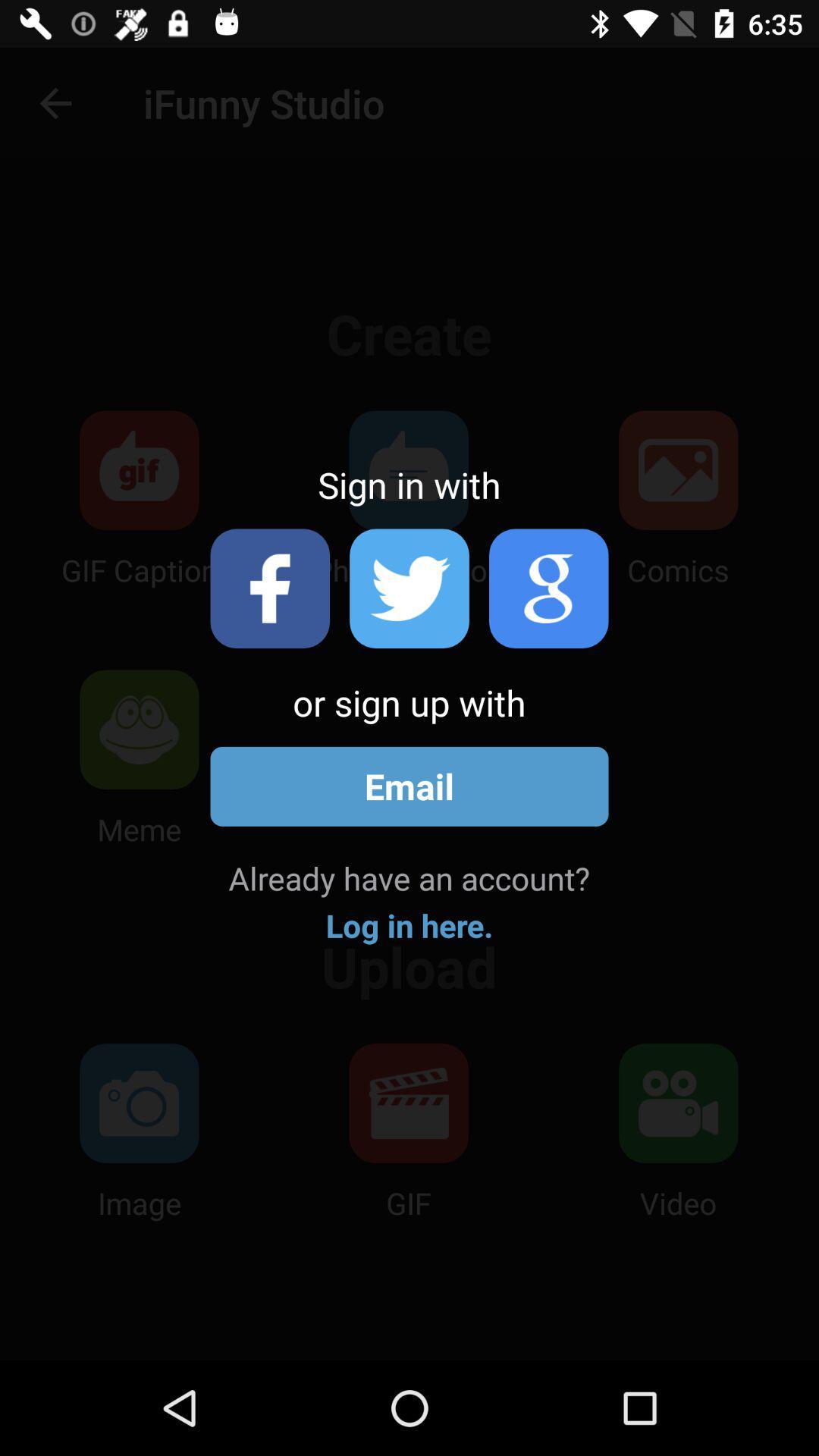 The height and width of the screenshot is (1456, 819). Describe the element at coordinates (409, 588) in the screenshot. I see `sign in with the twitter account` at that location.